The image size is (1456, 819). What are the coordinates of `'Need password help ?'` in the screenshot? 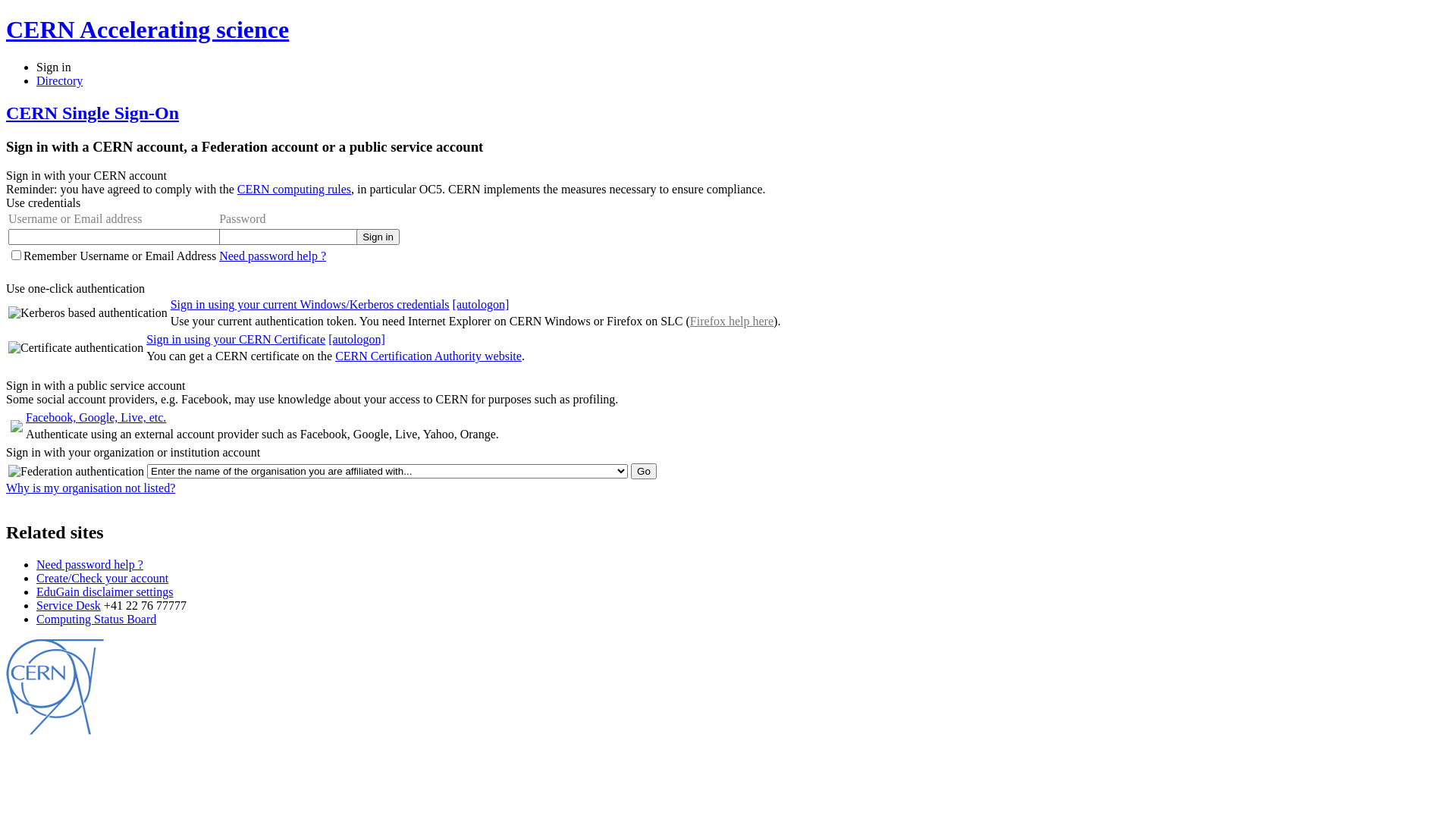 It's located at (272, 255).